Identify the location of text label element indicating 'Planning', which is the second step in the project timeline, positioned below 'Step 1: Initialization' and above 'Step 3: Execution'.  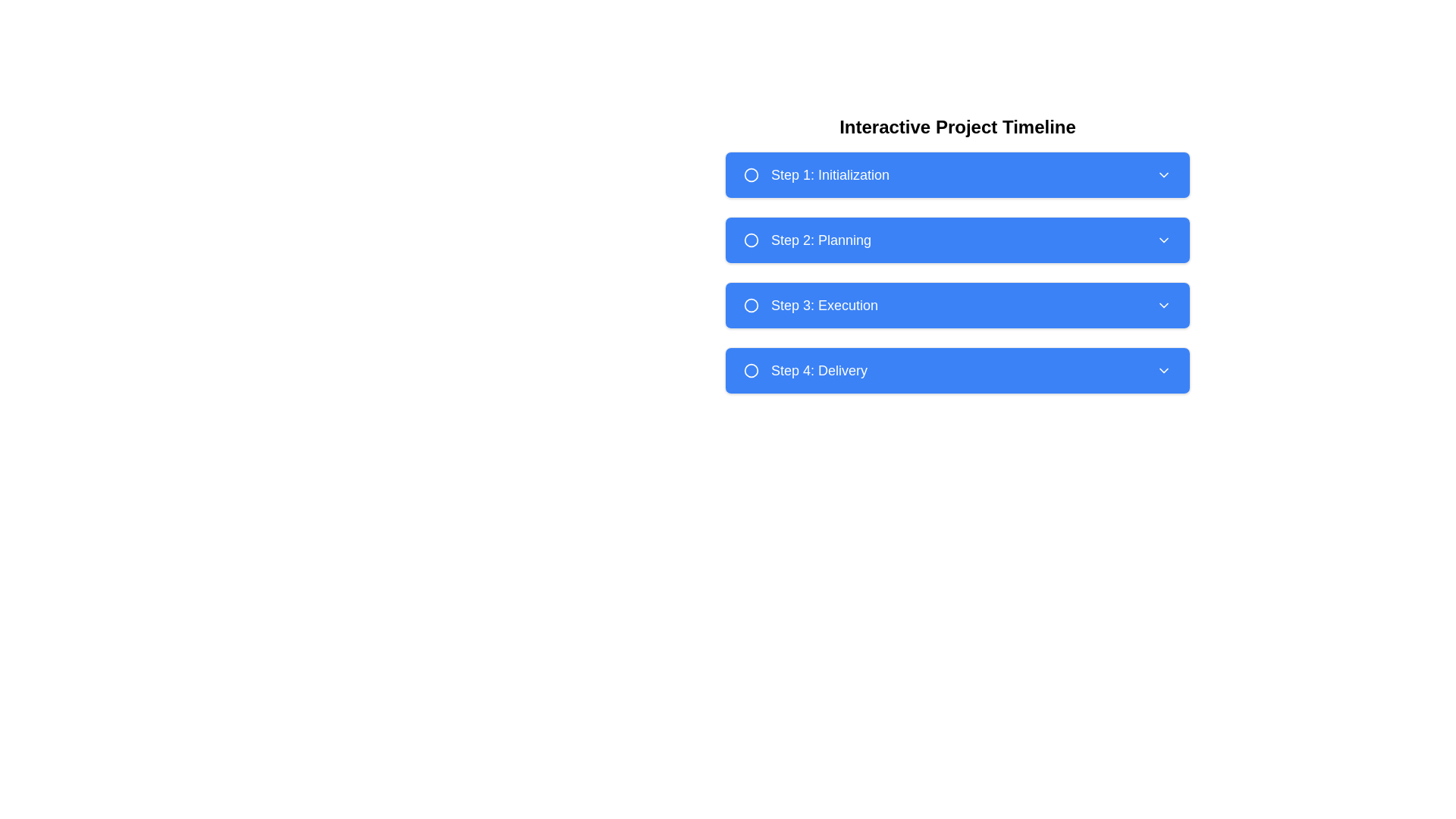
(807, 239).